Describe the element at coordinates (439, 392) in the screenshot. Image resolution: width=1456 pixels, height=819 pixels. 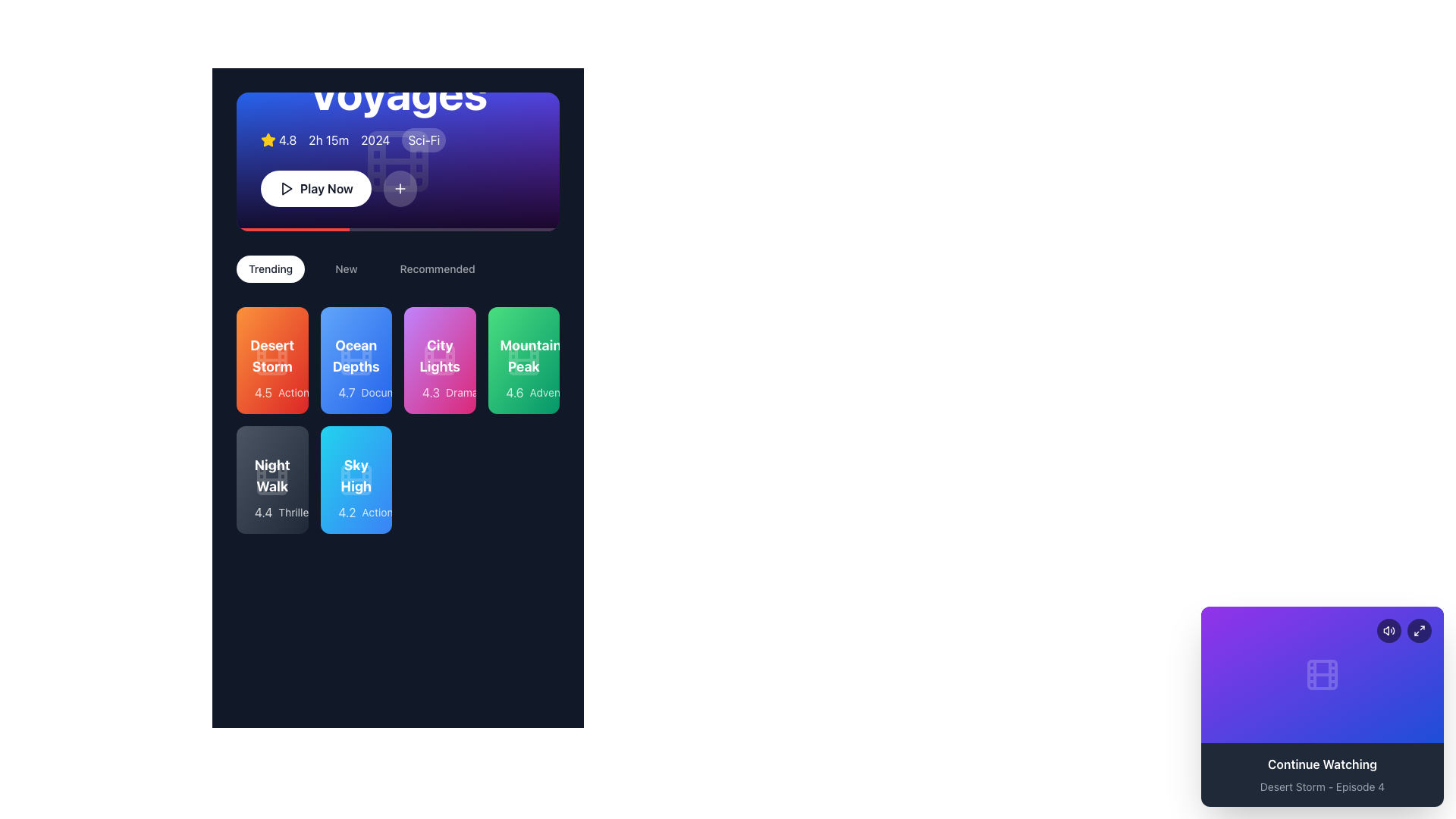
I see `the text '4.3 Drama' with a star icon located in the 'City Lights' tile, positioned beneath the title 'City Lights'` at that location.